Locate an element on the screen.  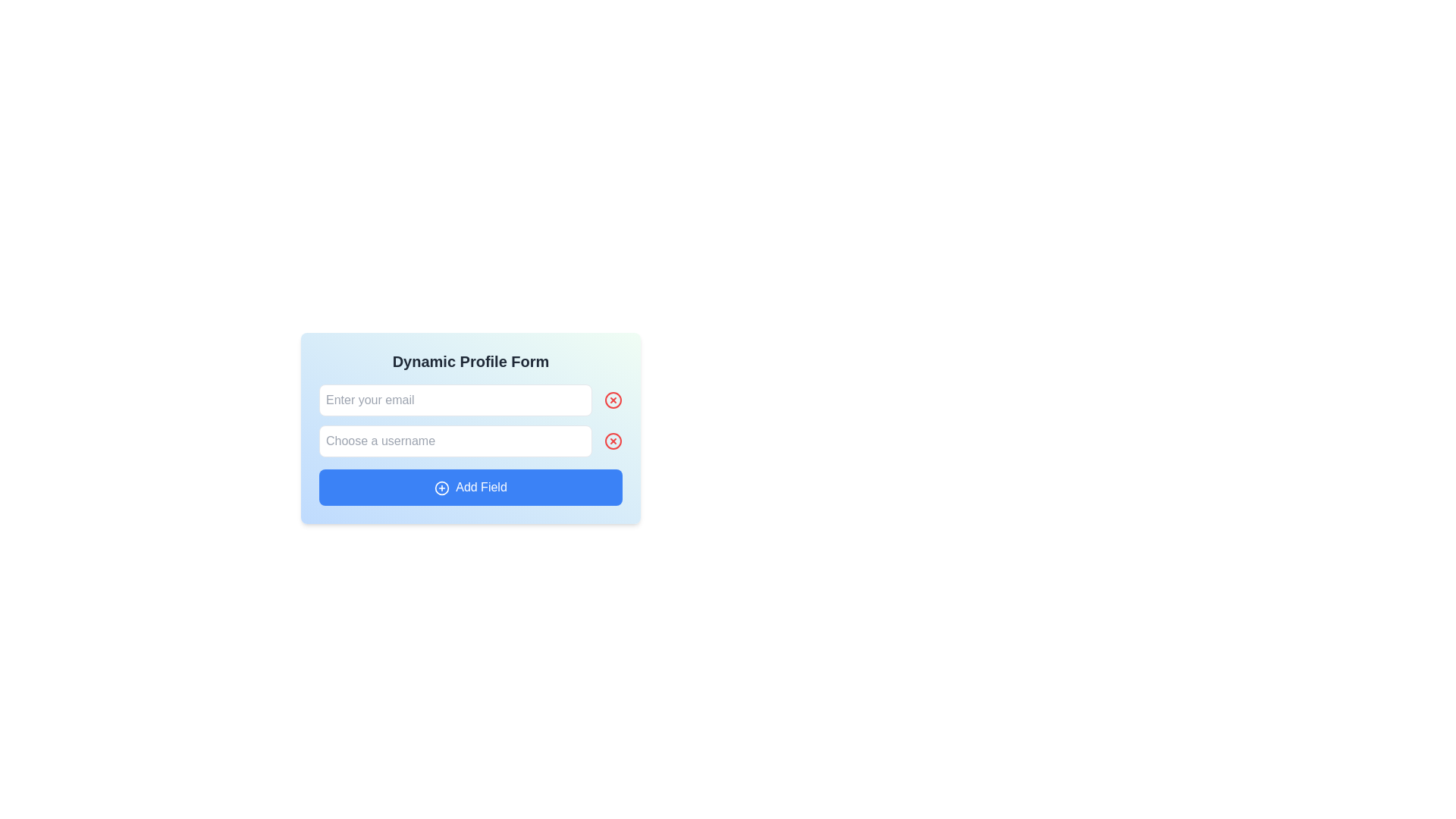
the inner circular shape of the '+' icon within the blue 'Add Field' button located below the email and username text fields is located at coordinates (441, 488).